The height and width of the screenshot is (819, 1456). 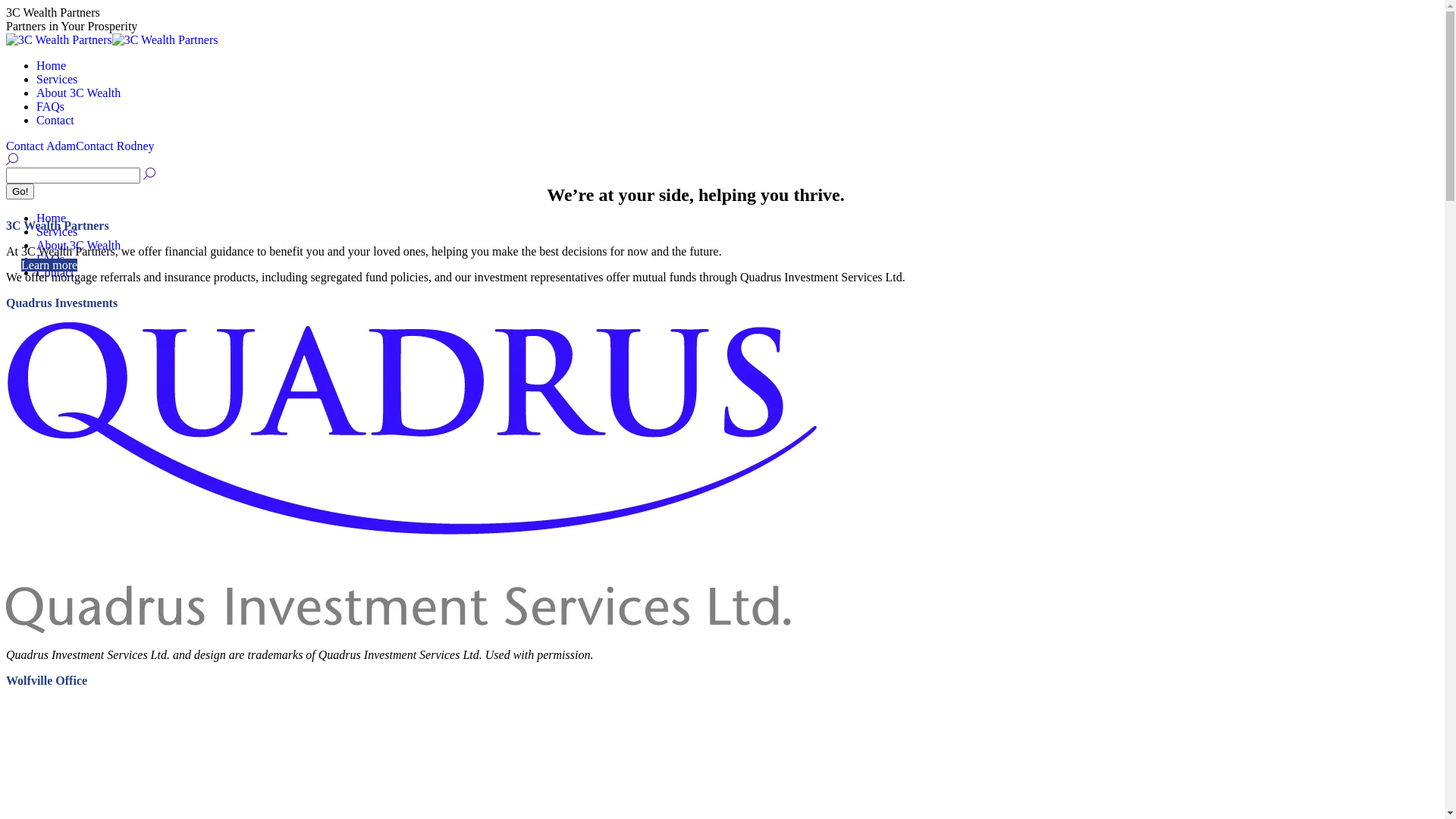 What do you see at coordinates (36, 119) in the screenshot?
I see `'Contact'` at bounding box center [36, 119].